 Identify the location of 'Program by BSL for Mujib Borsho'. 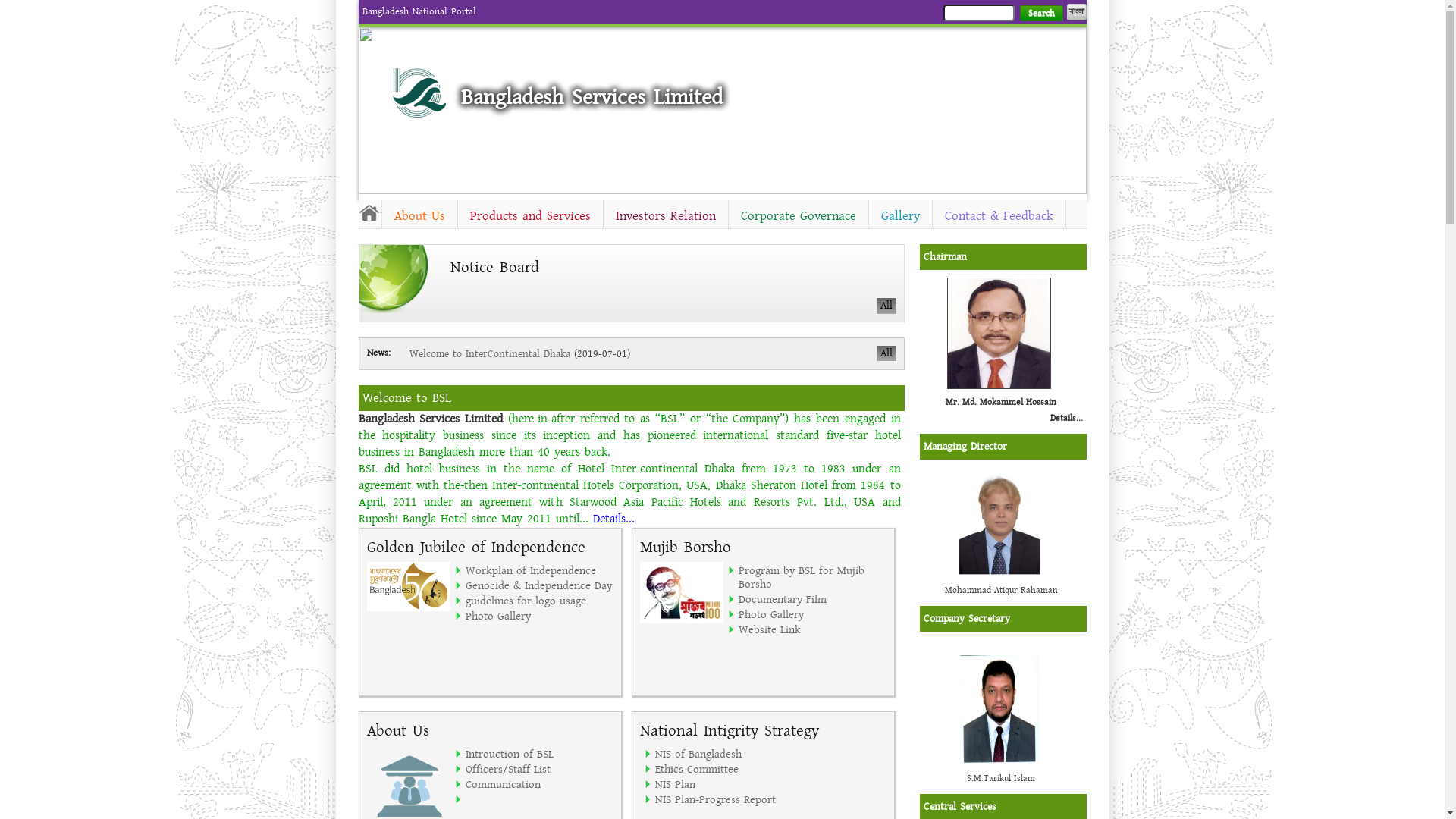
(811, 576).